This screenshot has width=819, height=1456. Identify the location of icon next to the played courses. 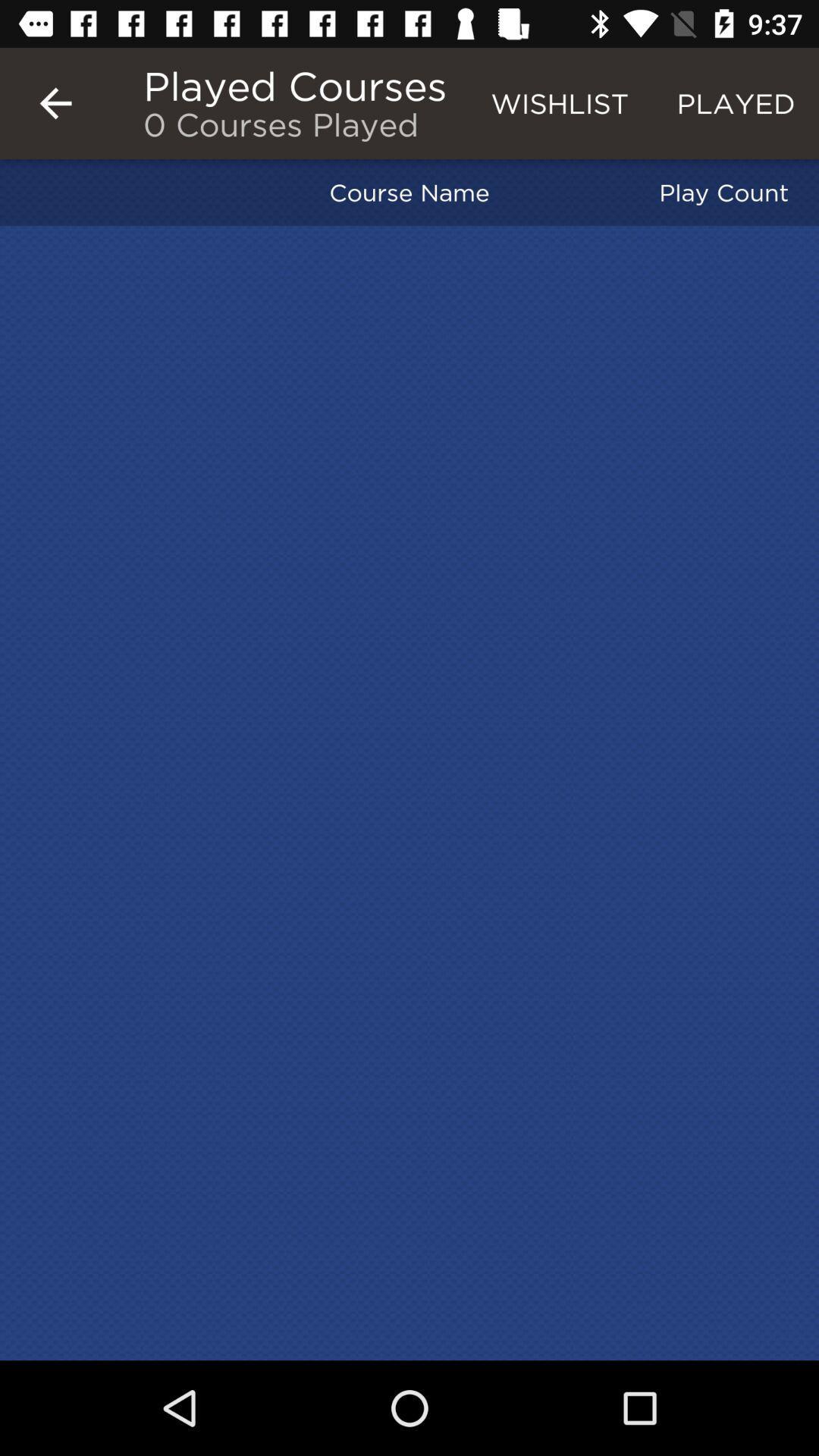
(55, 102).